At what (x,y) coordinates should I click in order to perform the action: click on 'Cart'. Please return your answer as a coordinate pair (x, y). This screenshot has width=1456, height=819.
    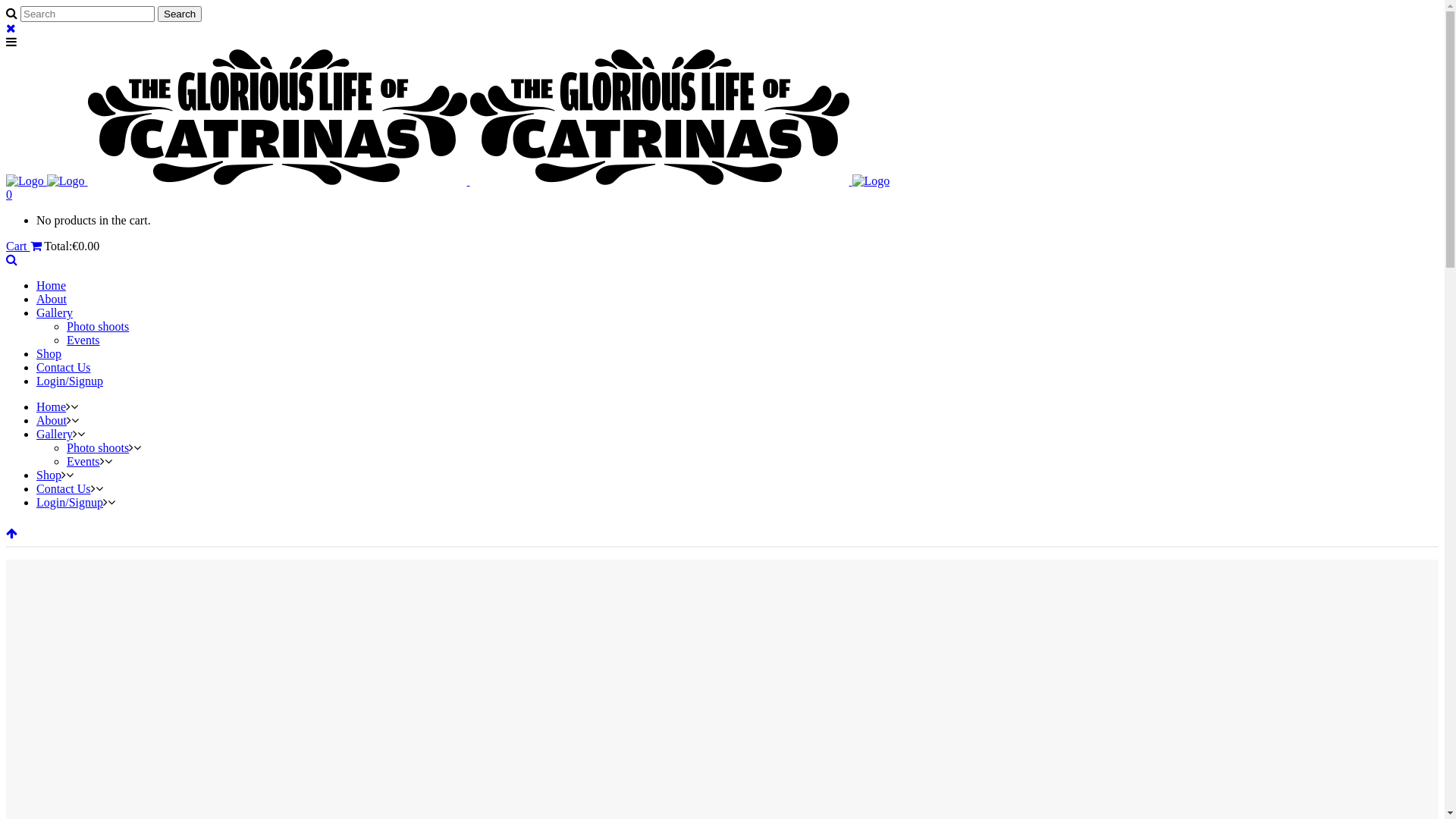
    Looking at the image, I should click on (6, 245).